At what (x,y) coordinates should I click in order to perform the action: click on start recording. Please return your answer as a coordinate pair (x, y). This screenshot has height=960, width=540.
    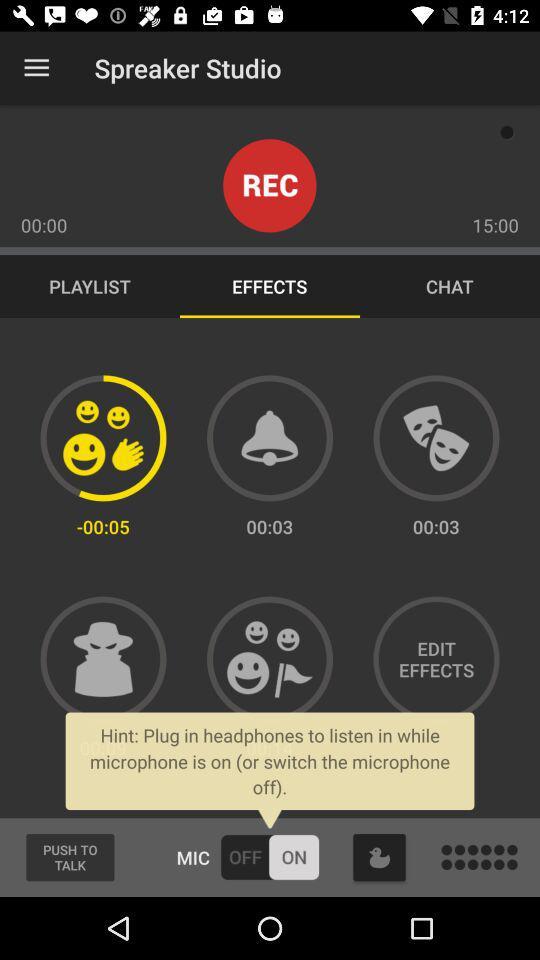
    Looking at the image, I should click on (269, 185).